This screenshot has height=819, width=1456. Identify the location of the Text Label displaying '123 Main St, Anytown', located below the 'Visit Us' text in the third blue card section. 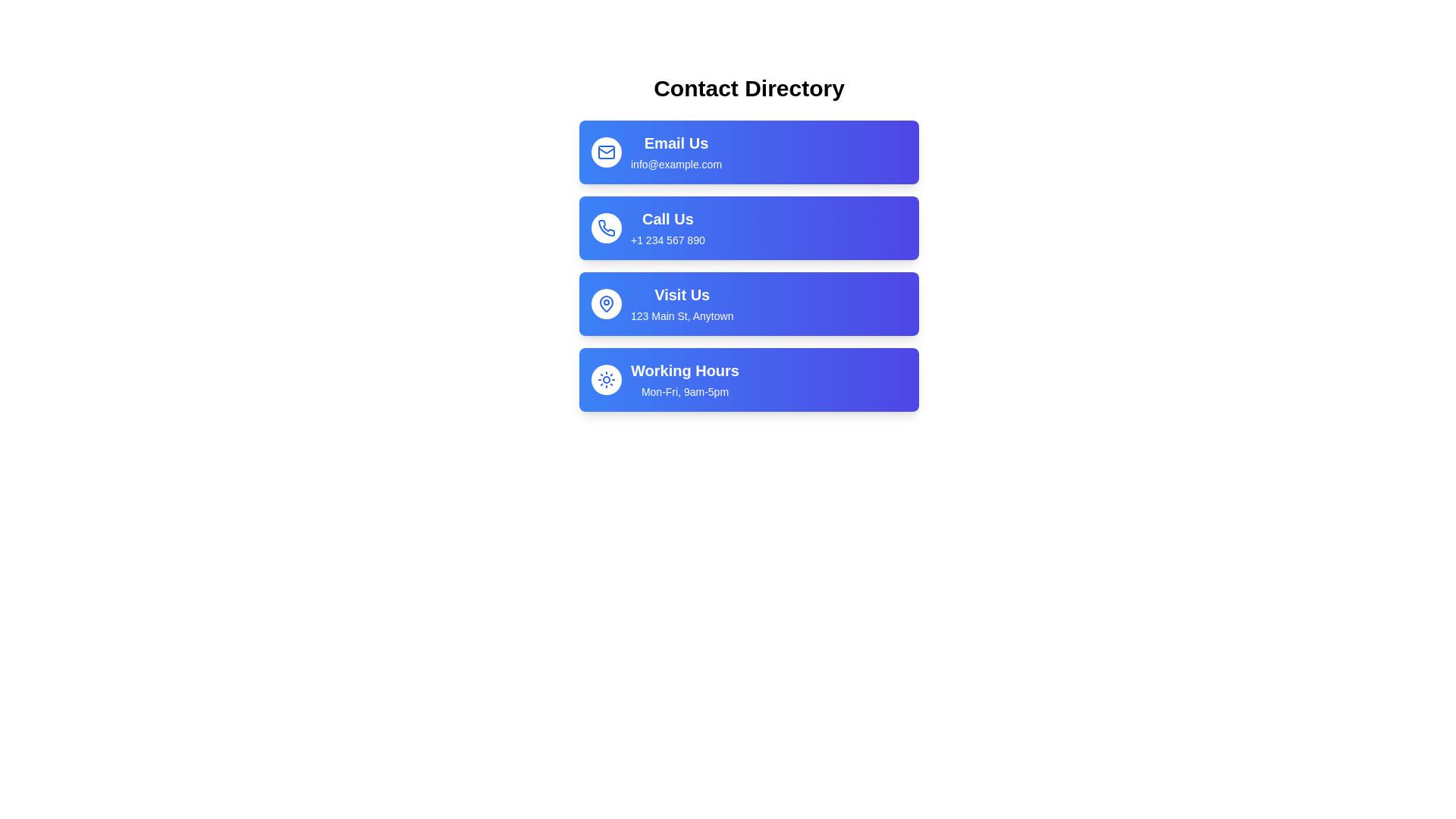
(681, 315).